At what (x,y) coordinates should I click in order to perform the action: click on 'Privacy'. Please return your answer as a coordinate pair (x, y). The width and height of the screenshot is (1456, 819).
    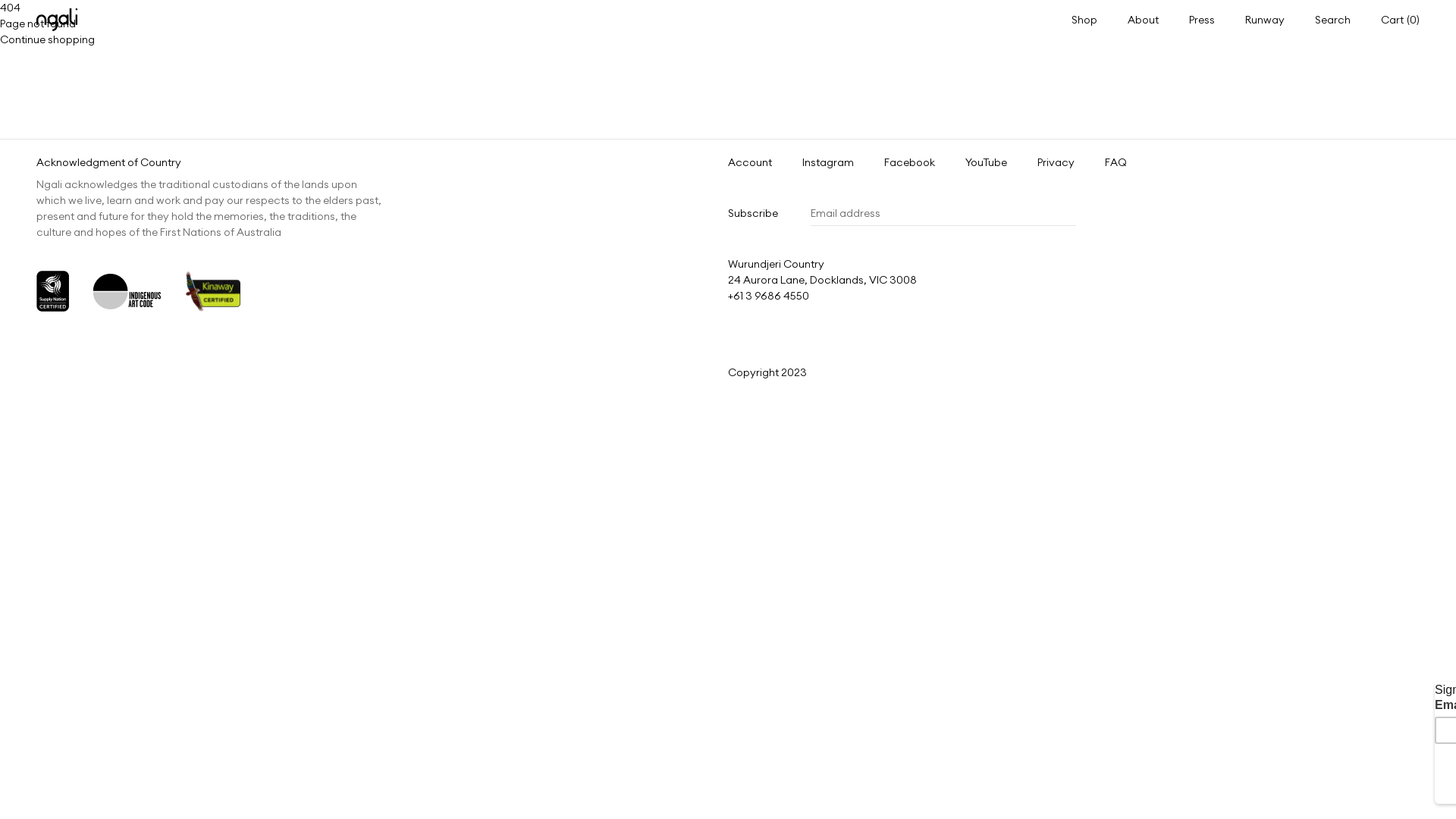
    Looking at the image, I should click on (1055, 162).